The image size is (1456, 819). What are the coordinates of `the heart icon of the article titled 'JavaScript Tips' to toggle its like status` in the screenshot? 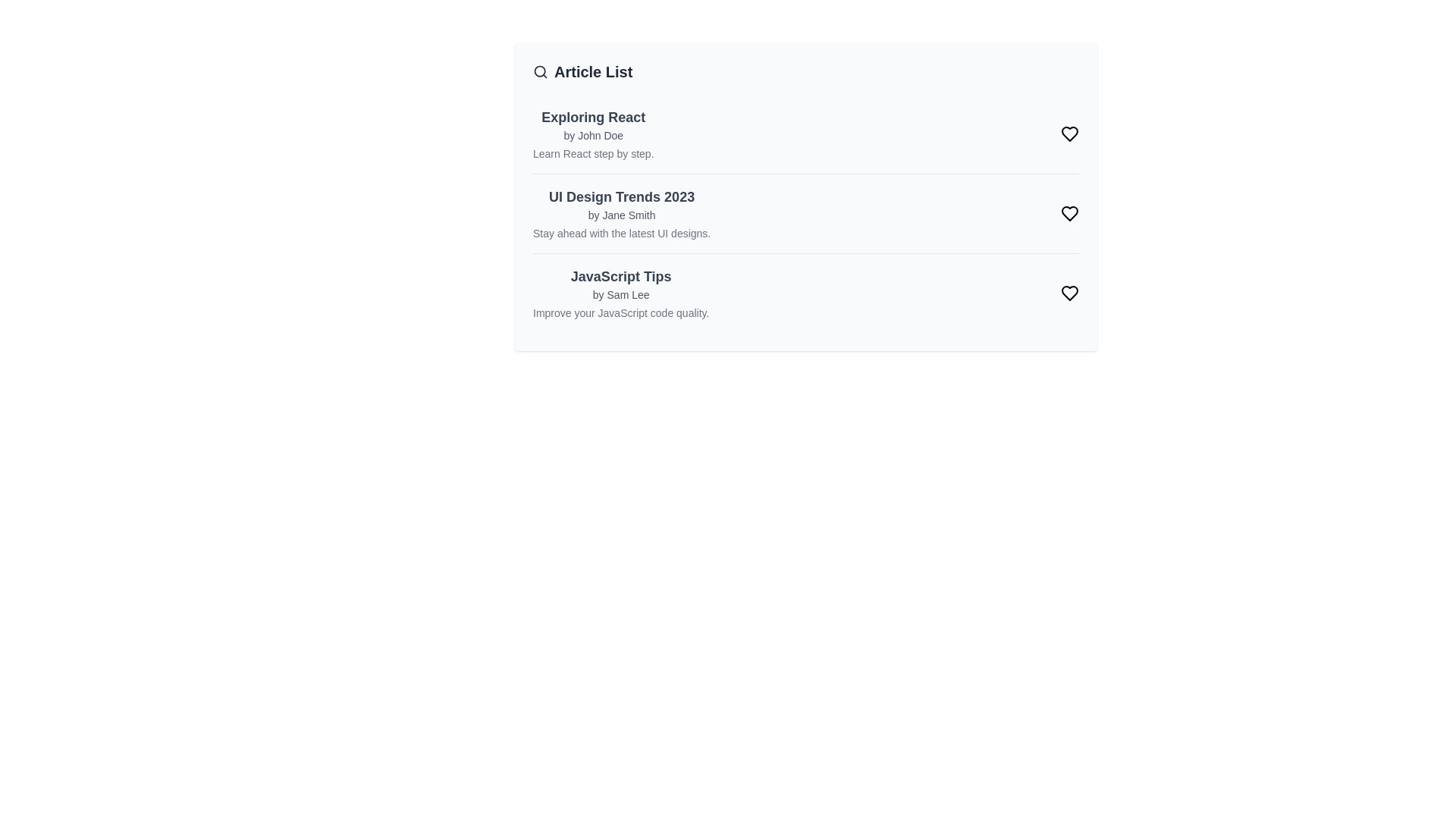 It's located at (1069, 293).